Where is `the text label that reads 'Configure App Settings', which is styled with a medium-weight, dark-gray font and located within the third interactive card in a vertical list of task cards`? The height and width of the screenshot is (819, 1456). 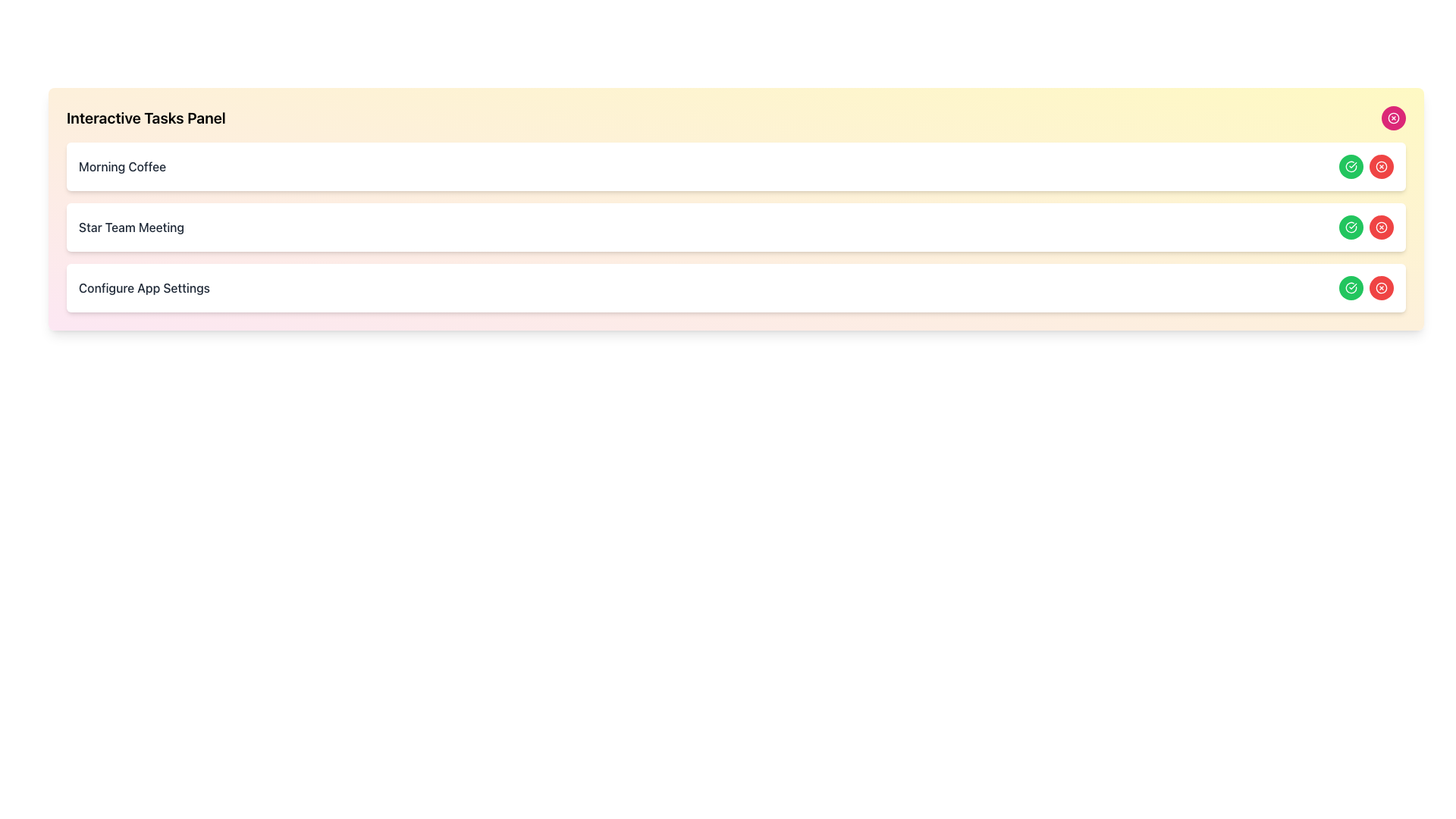
the text label that reads 'Configure App Settings', which is styled with a medium-weight, dark-gray font and located within the third interactive card in a vertical list of task cards is located at coordinates (144, 288).